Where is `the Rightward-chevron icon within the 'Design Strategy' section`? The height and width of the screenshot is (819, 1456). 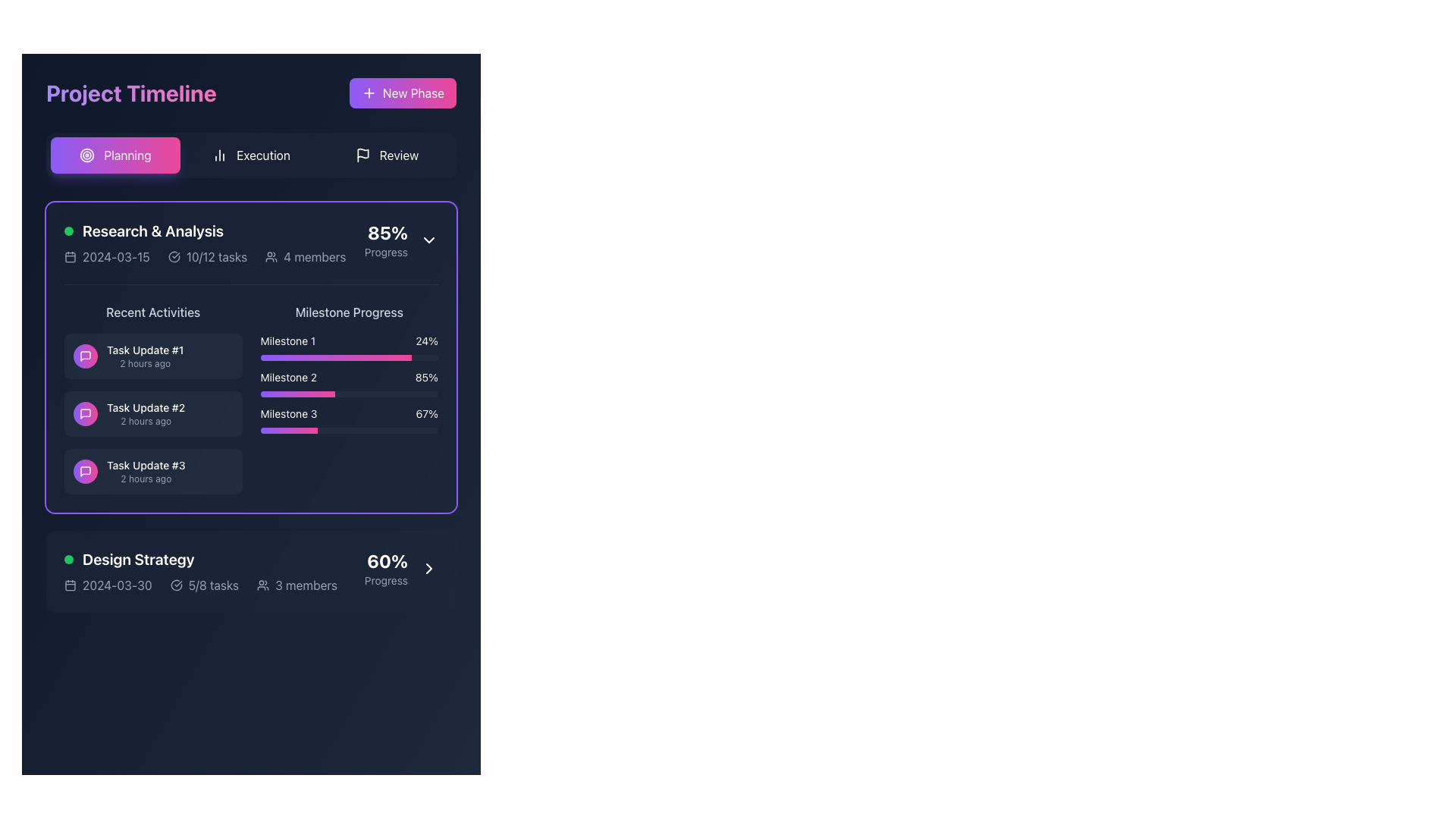 the Rightward-chevron icon within the 'Design Strategy' section is located at coordinates (428, 568).